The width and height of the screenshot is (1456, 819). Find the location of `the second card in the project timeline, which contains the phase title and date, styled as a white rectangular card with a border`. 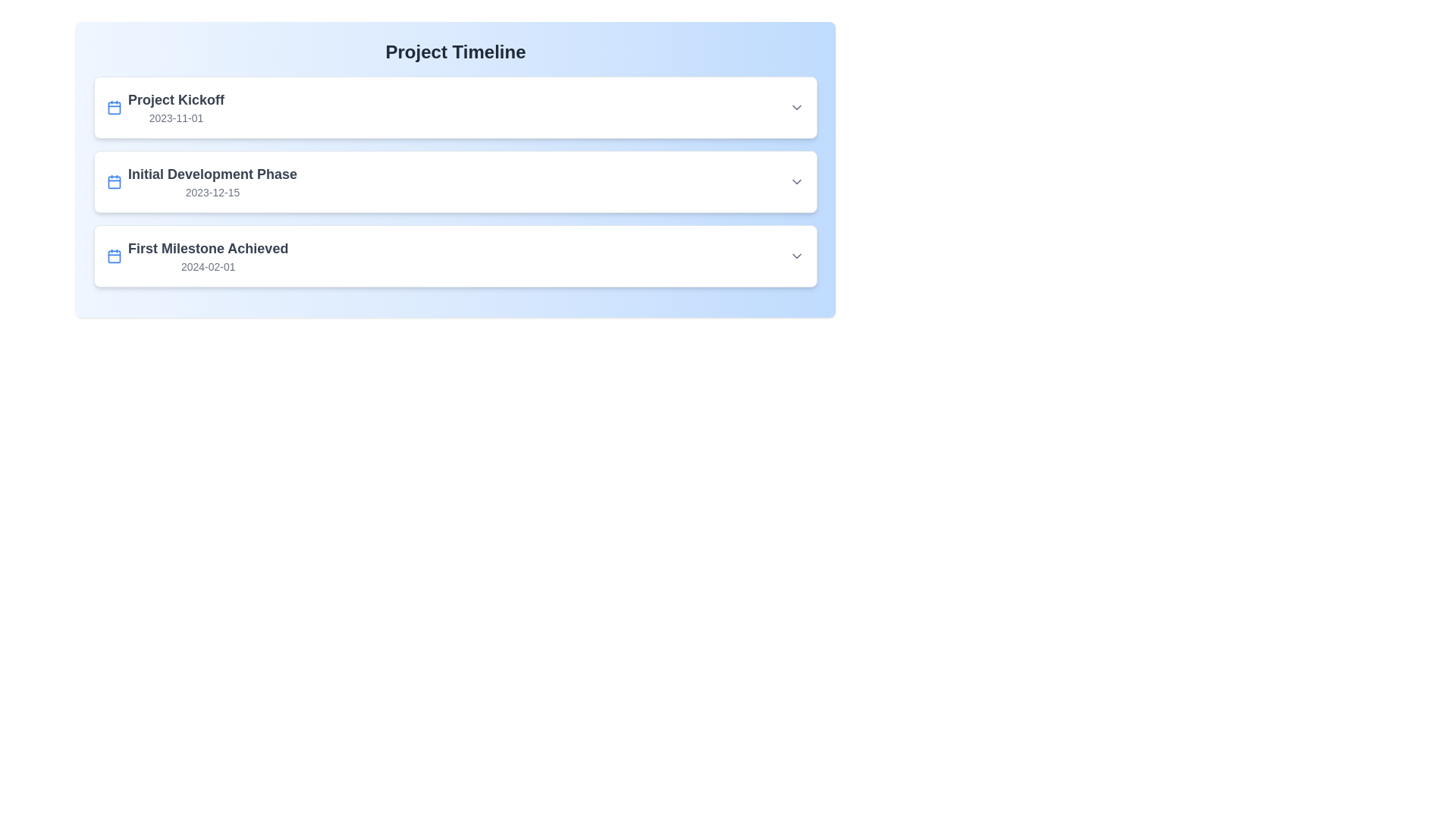

the second card in the project timeline, which contains the phase title and date, styled as a white rectangular card with a border is located at coordinates (454, 180).